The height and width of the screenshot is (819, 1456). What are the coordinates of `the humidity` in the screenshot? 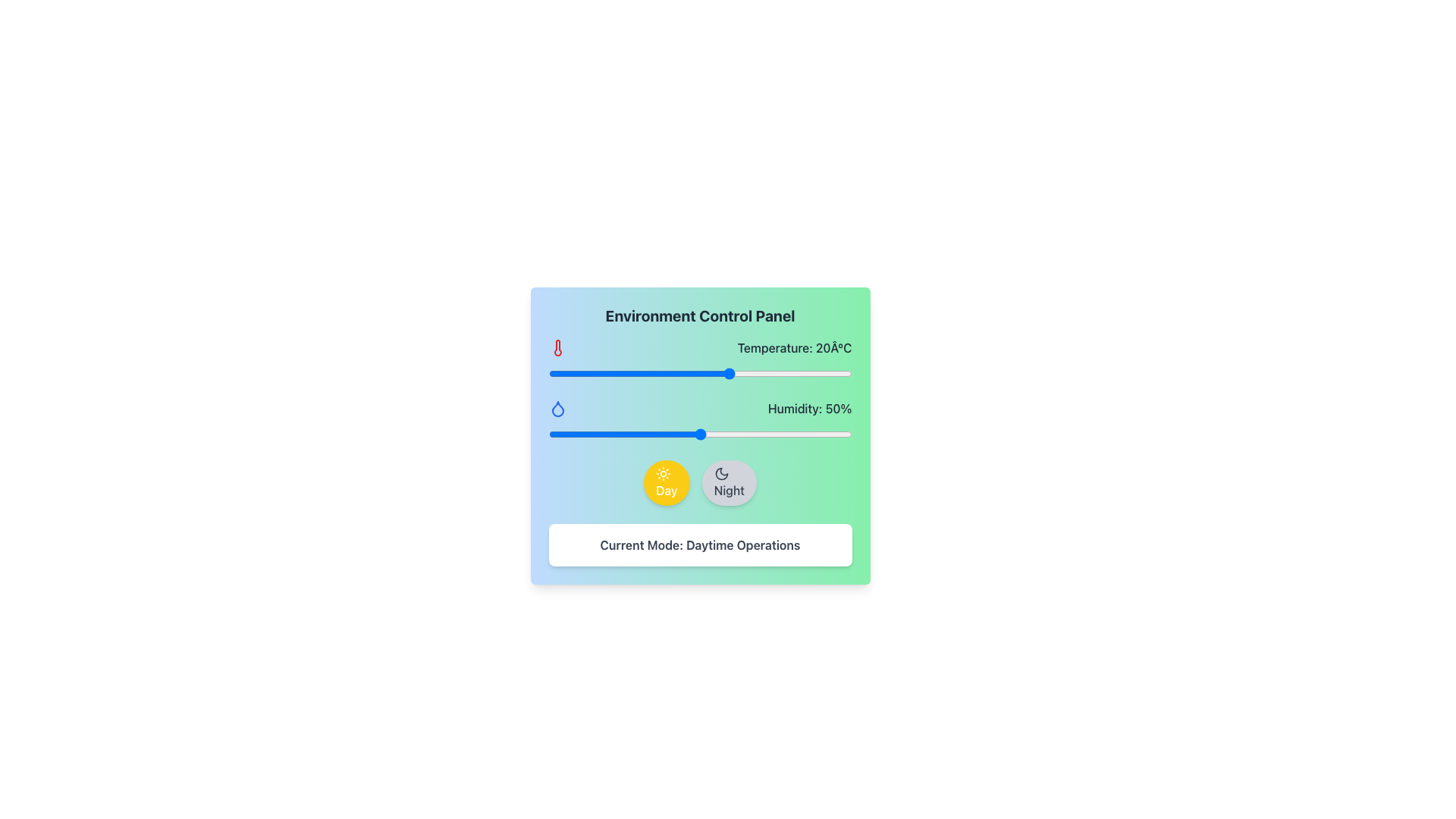 It's located at (690, 435).